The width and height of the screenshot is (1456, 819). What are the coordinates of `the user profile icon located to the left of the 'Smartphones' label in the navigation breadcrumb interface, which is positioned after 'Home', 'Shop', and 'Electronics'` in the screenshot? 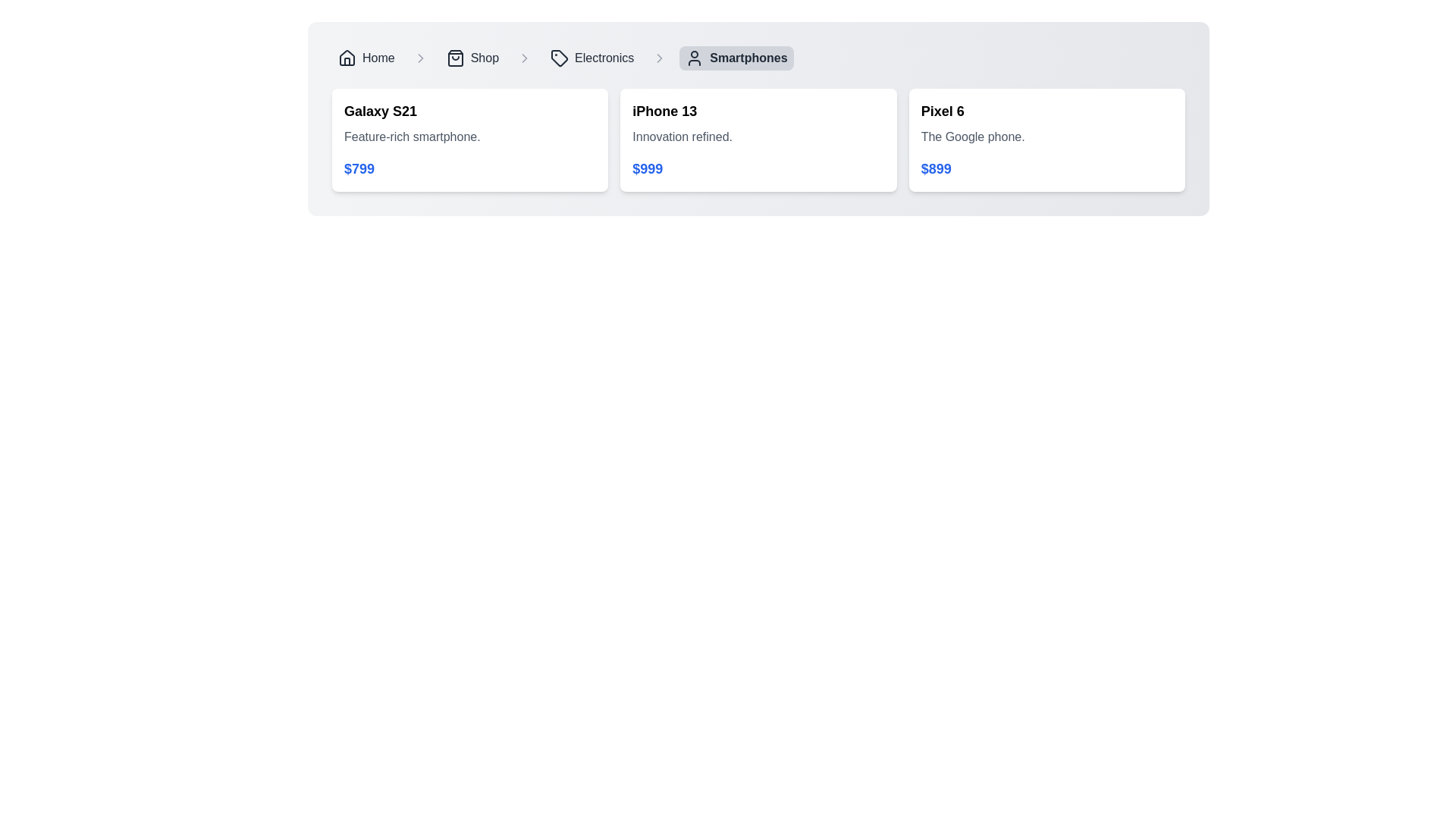 It's located at (694, 58).